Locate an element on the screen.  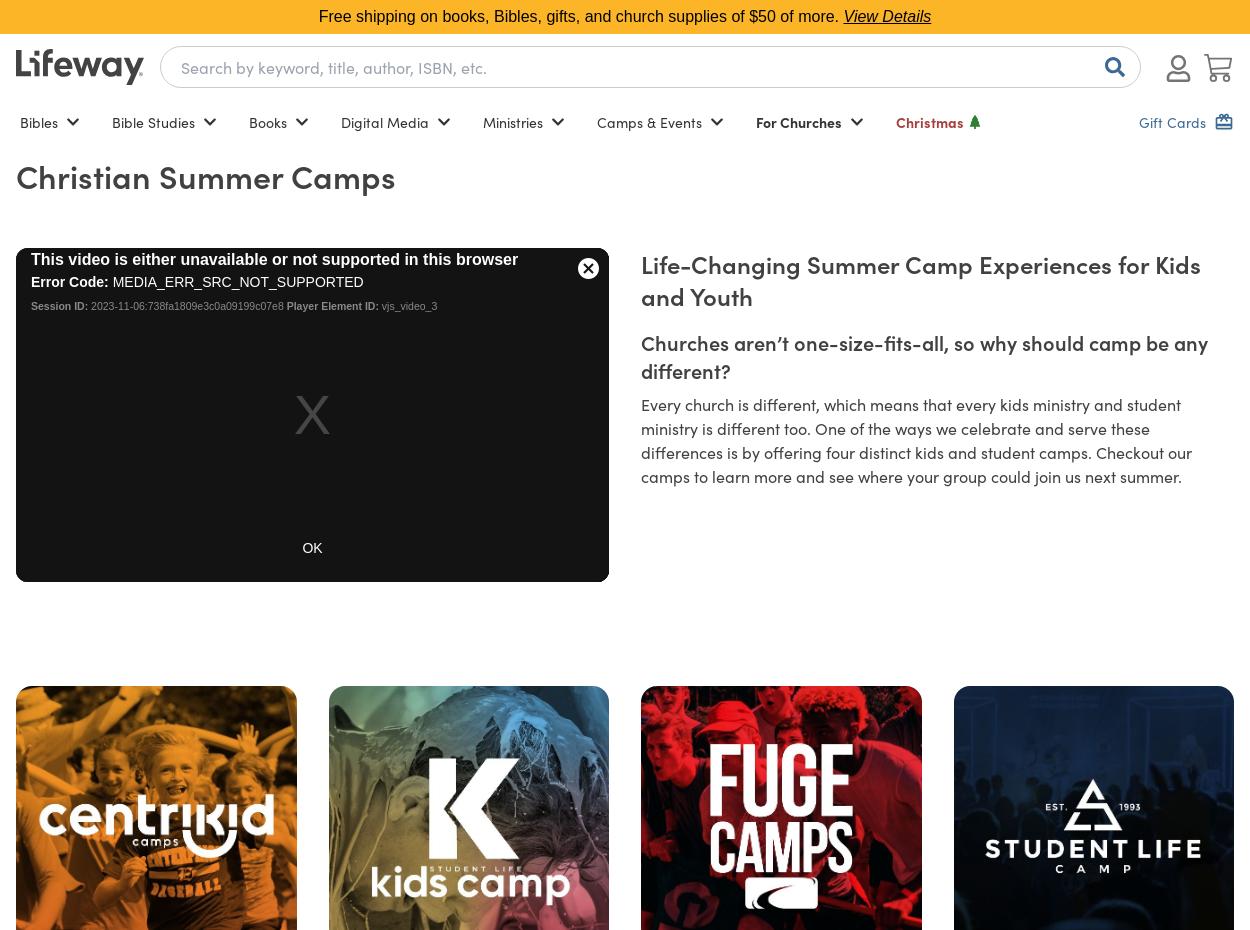
'Session ID:' is located at coordinates (59, 305).